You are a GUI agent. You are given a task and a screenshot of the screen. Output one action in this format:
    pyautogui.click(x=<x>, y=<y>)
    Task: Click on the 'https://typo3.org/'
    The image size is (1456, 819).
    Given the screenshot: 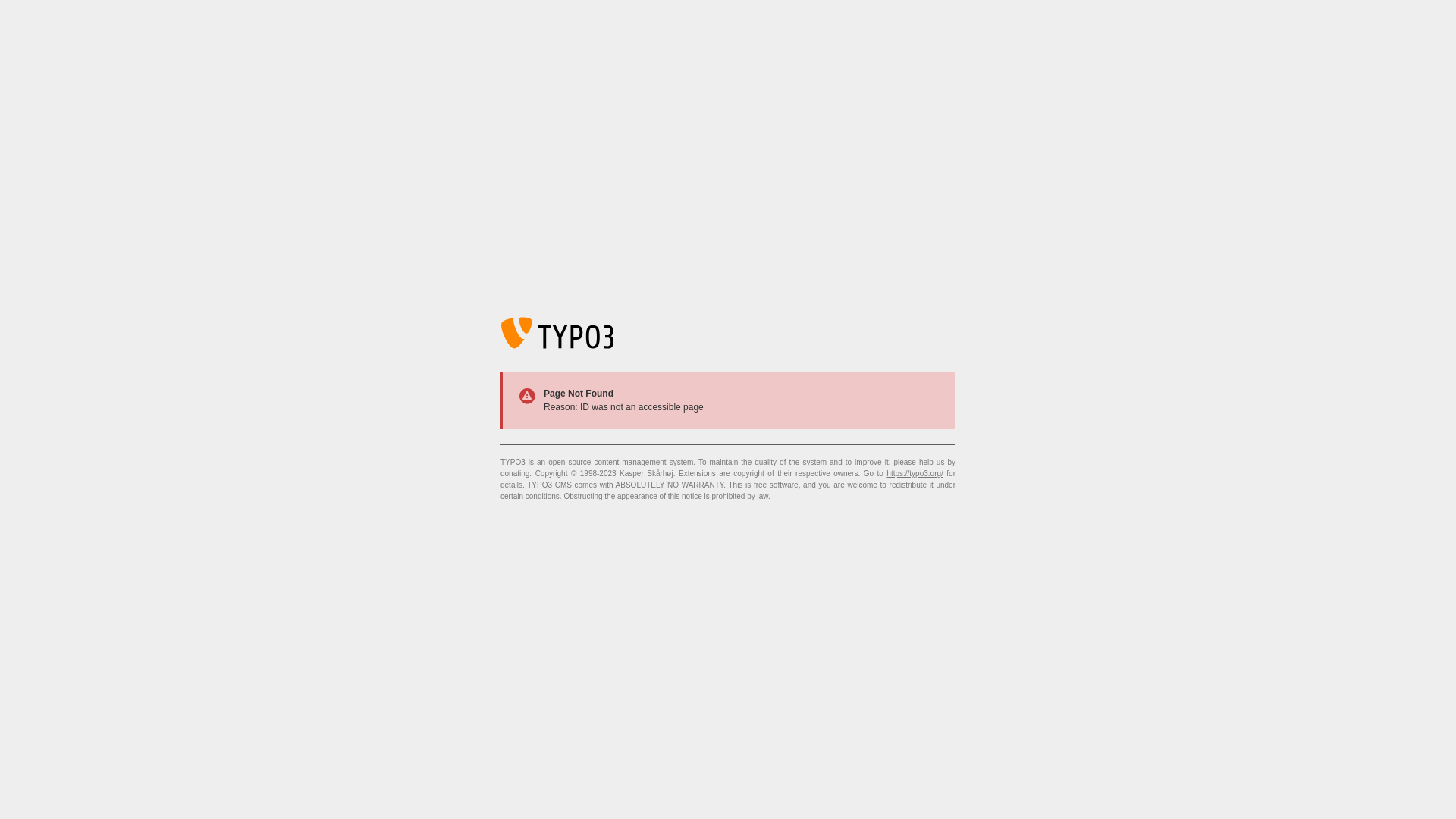 What is the action you would take?
    pyautogui.click(x=886, y=472)
    